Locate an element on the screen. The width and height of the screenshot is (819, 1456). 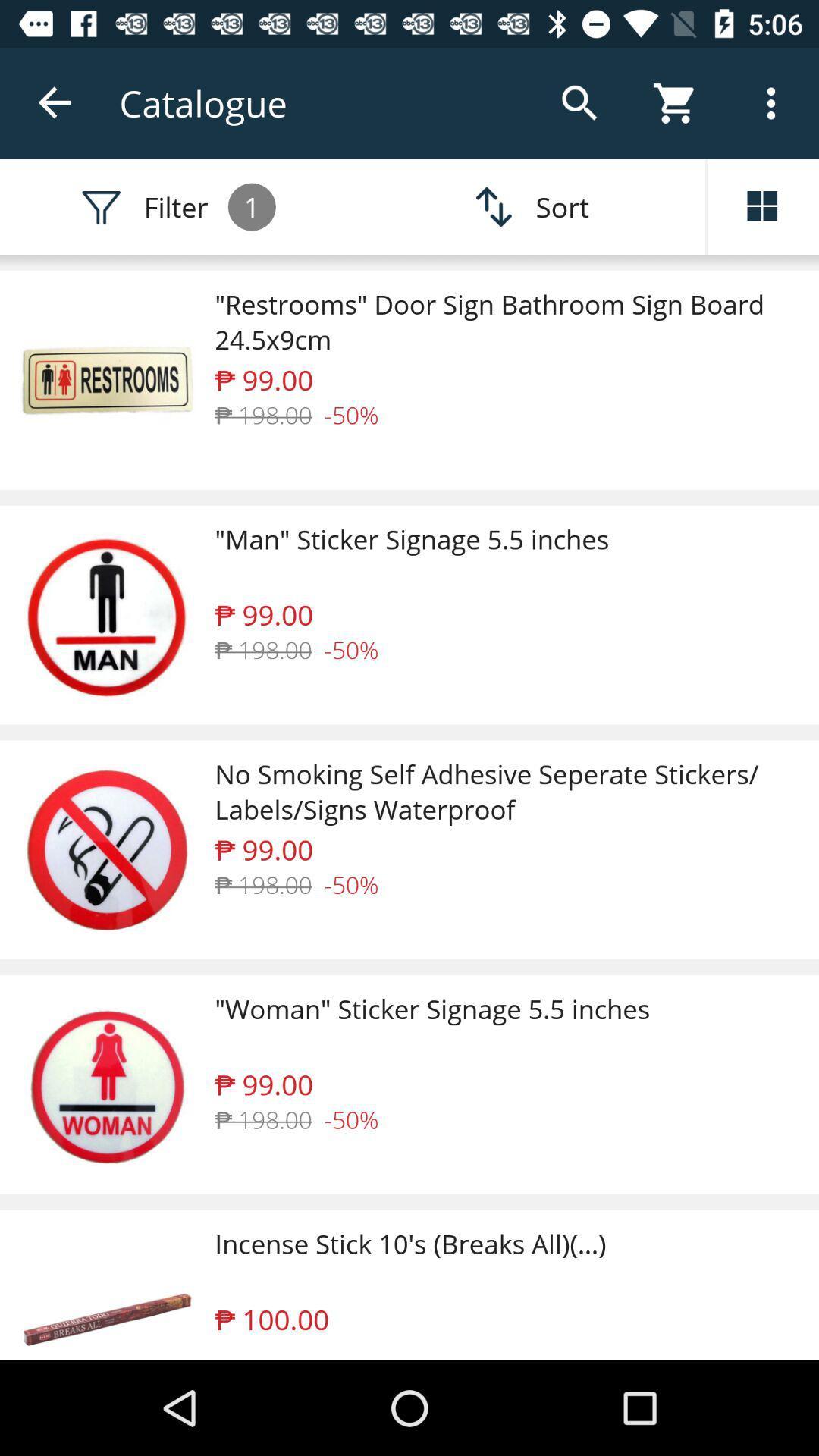
app to the left of the catalogue icon is located at coordinates (55, 102).